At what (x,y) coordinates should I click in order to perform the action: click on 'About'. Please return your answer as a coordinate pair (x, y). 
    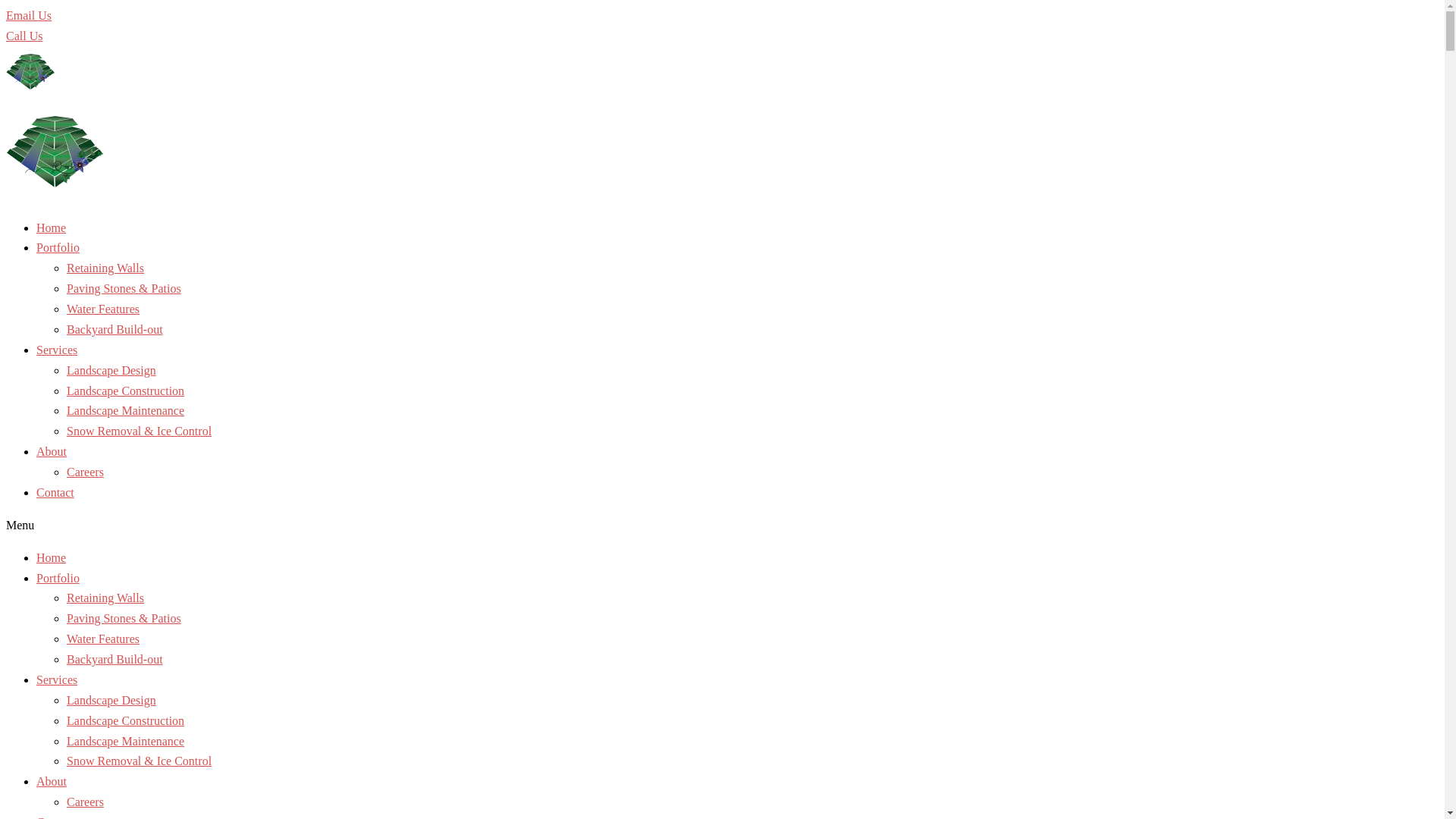
    Looking at the image, I should click on (51, 781).